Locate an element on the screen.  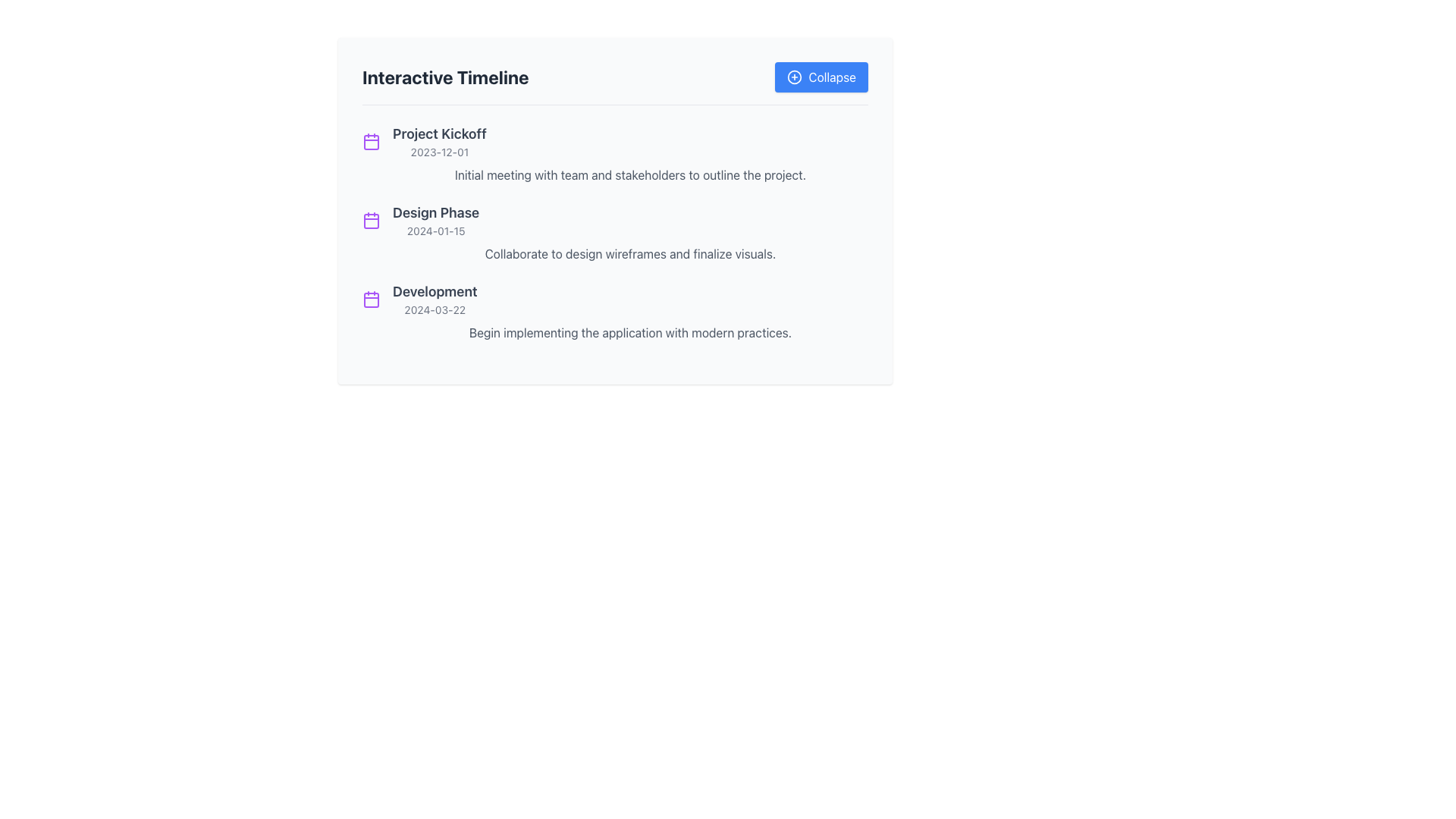
the 'Development' text element in the 'Interactive Timeline' section using adjacent controls to navigate through the timeline is located at coordinates (434, 299).